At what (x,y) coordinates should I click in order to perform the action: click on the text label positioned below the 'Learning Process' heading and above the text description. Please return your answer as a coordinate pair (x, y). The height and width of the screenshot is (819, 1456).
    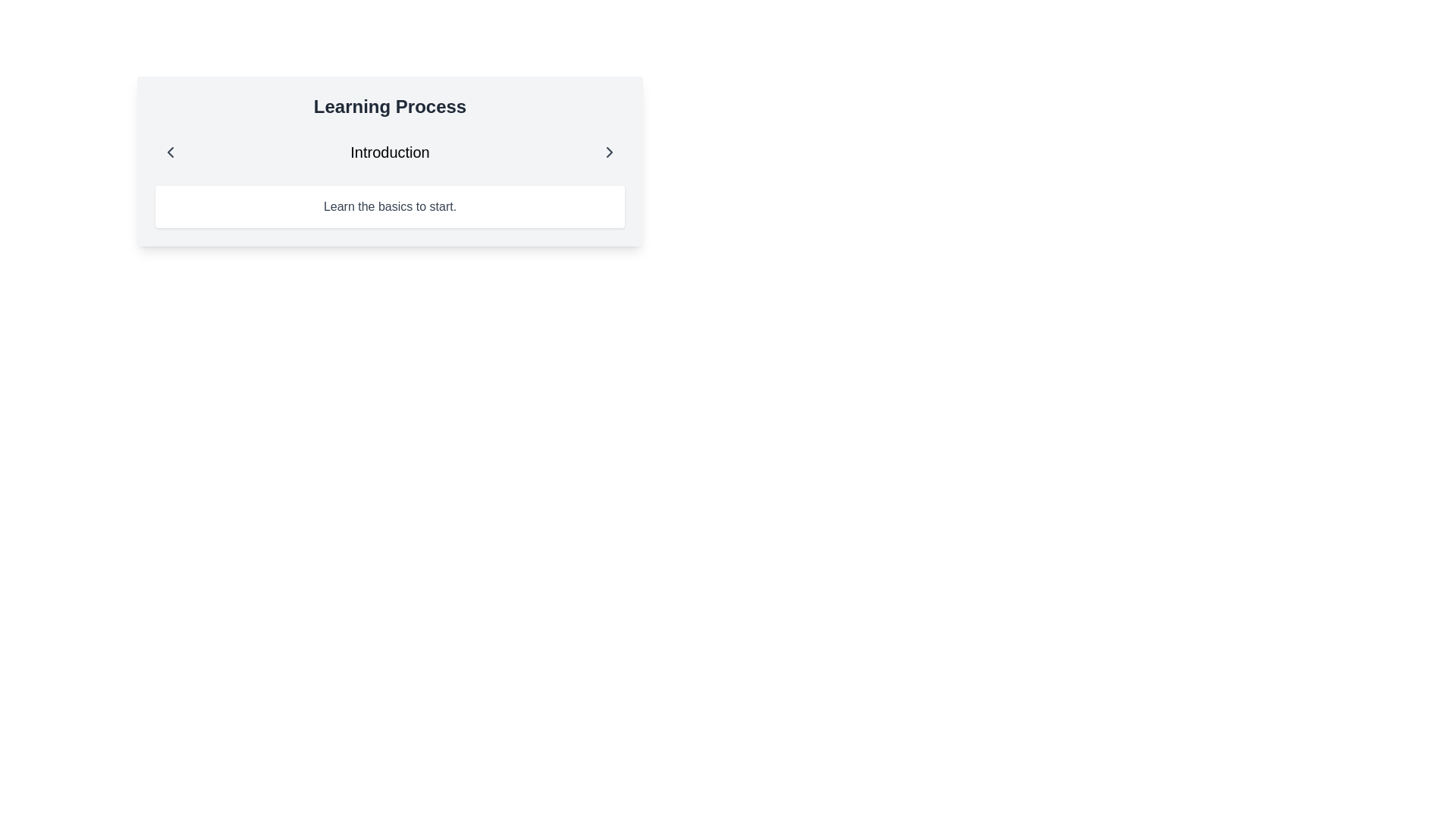
    Looking at the image, I should click on (390, 152).